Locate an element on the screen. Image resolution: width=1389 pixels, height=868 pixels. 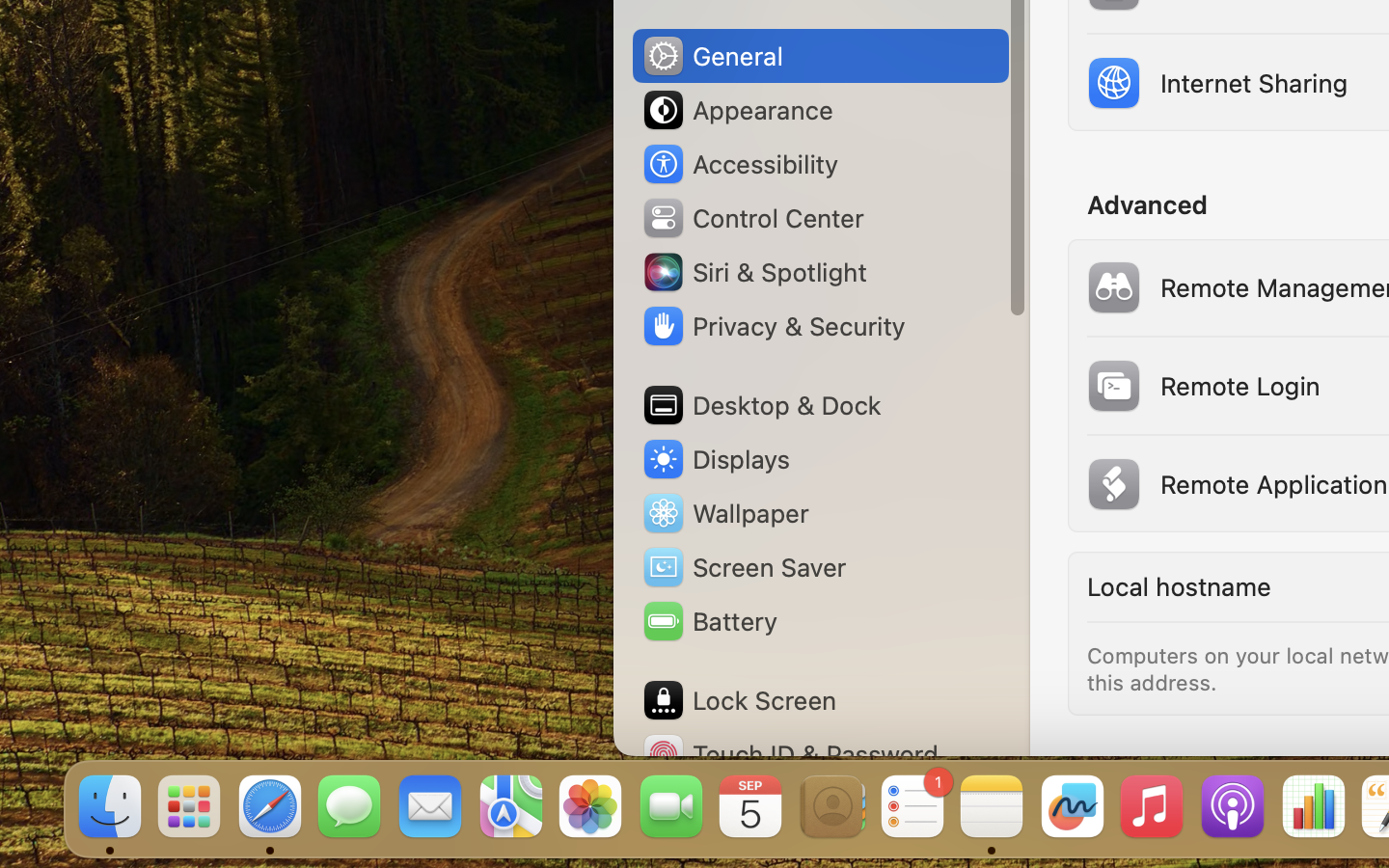
'Wallpaper' is located at coordinates (722, 511).